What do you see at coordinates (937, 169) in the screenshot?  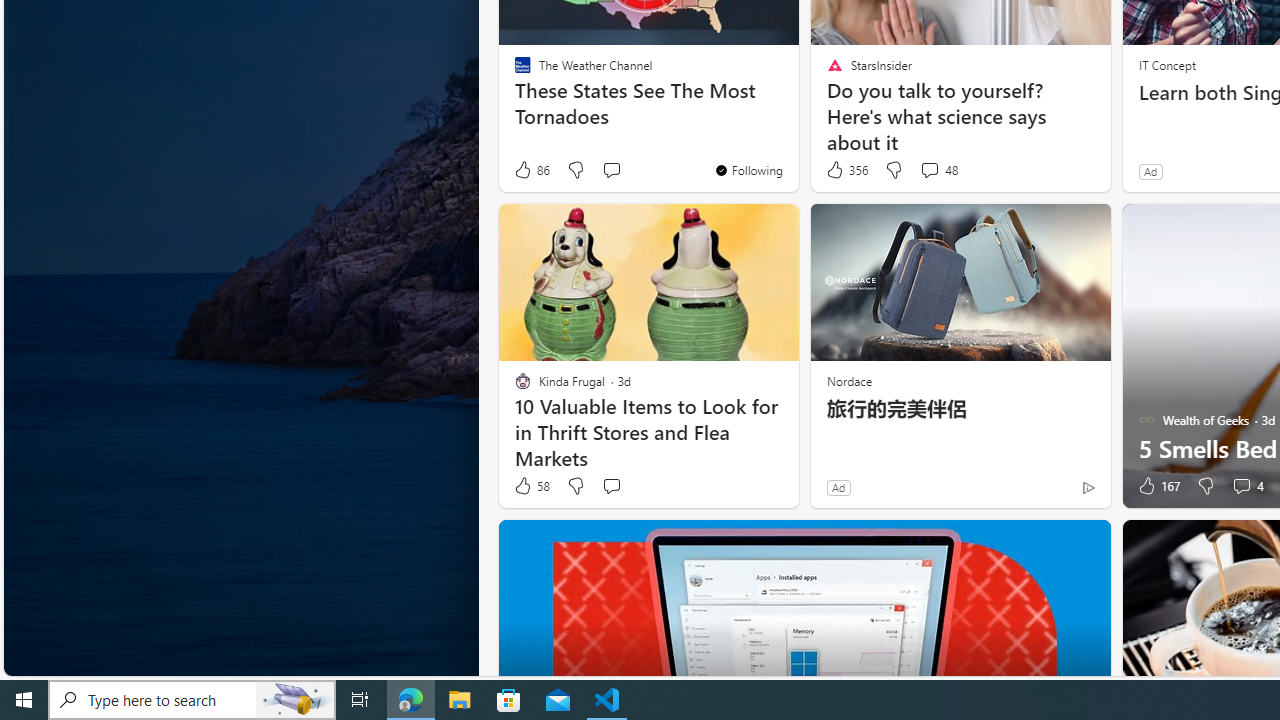 I see `'View comments 48 Comment'` at bounding box center [937, 169].